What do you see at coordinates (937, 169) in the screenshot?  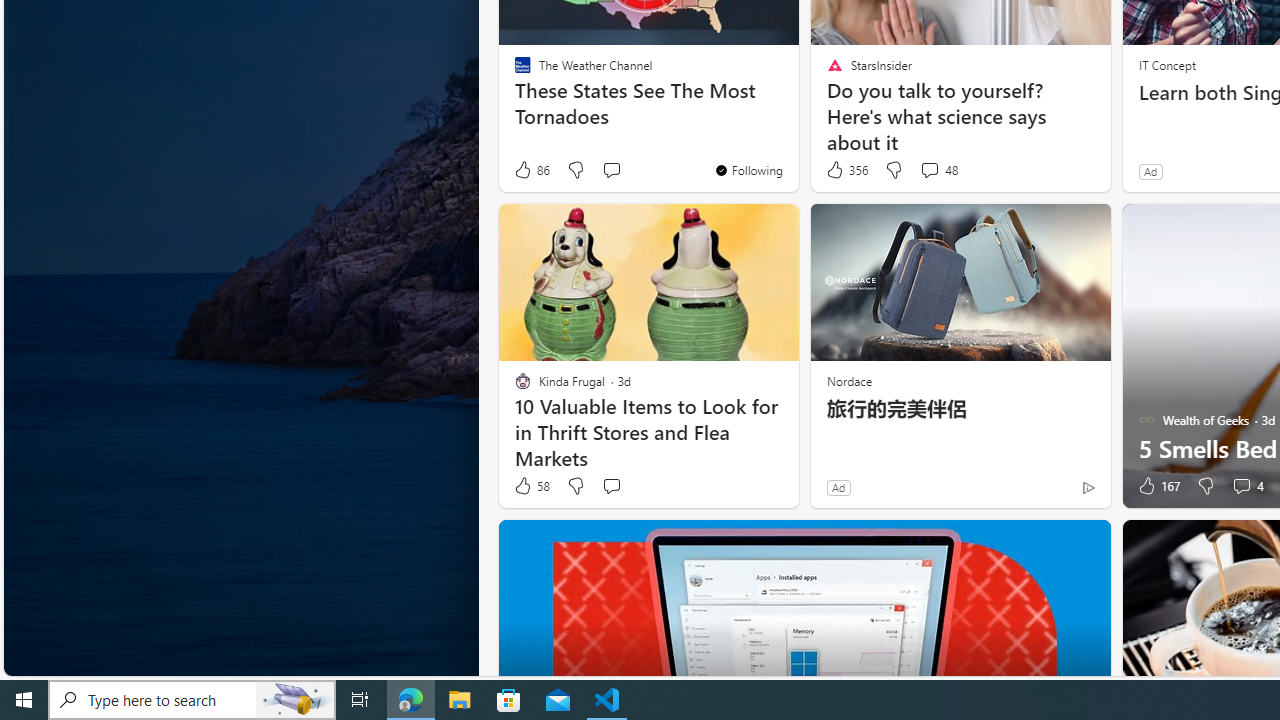 I see `'View comments 48 Comment'` at bounding box center [937, 169].